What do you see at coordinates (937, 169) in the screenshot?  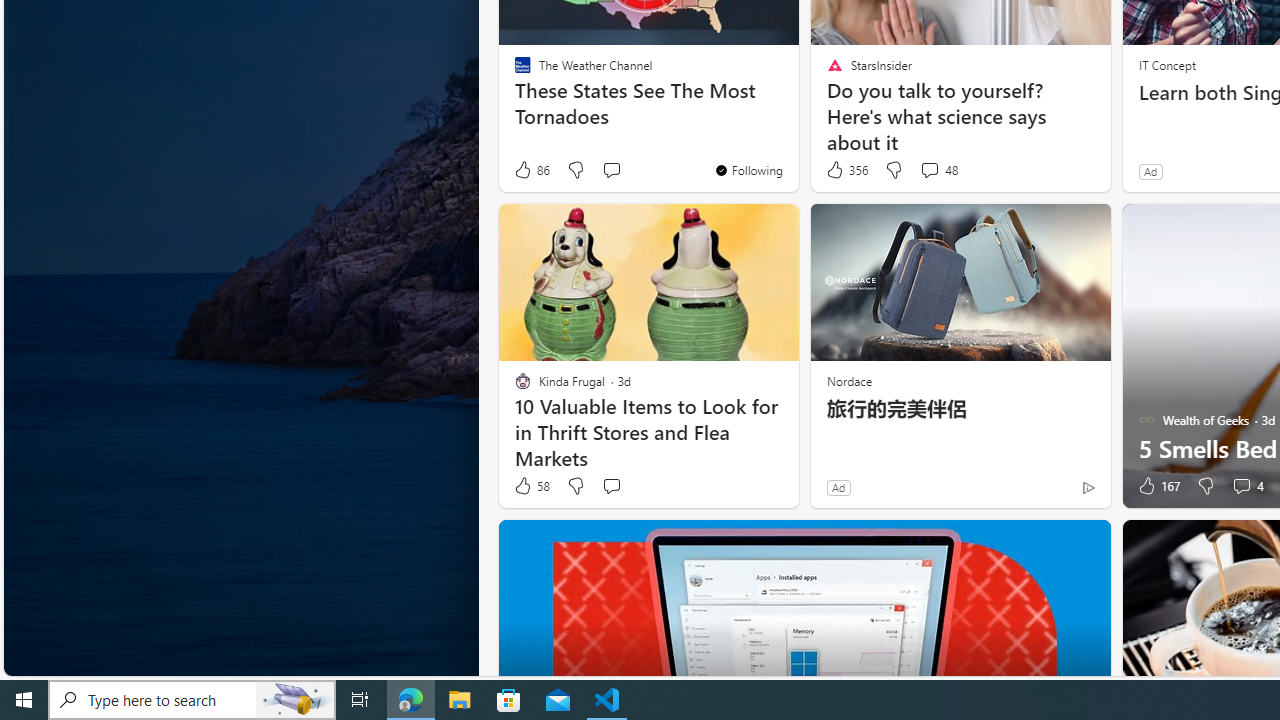 I see `'View comments 48 Comment'` at bounding box center [937, 169].